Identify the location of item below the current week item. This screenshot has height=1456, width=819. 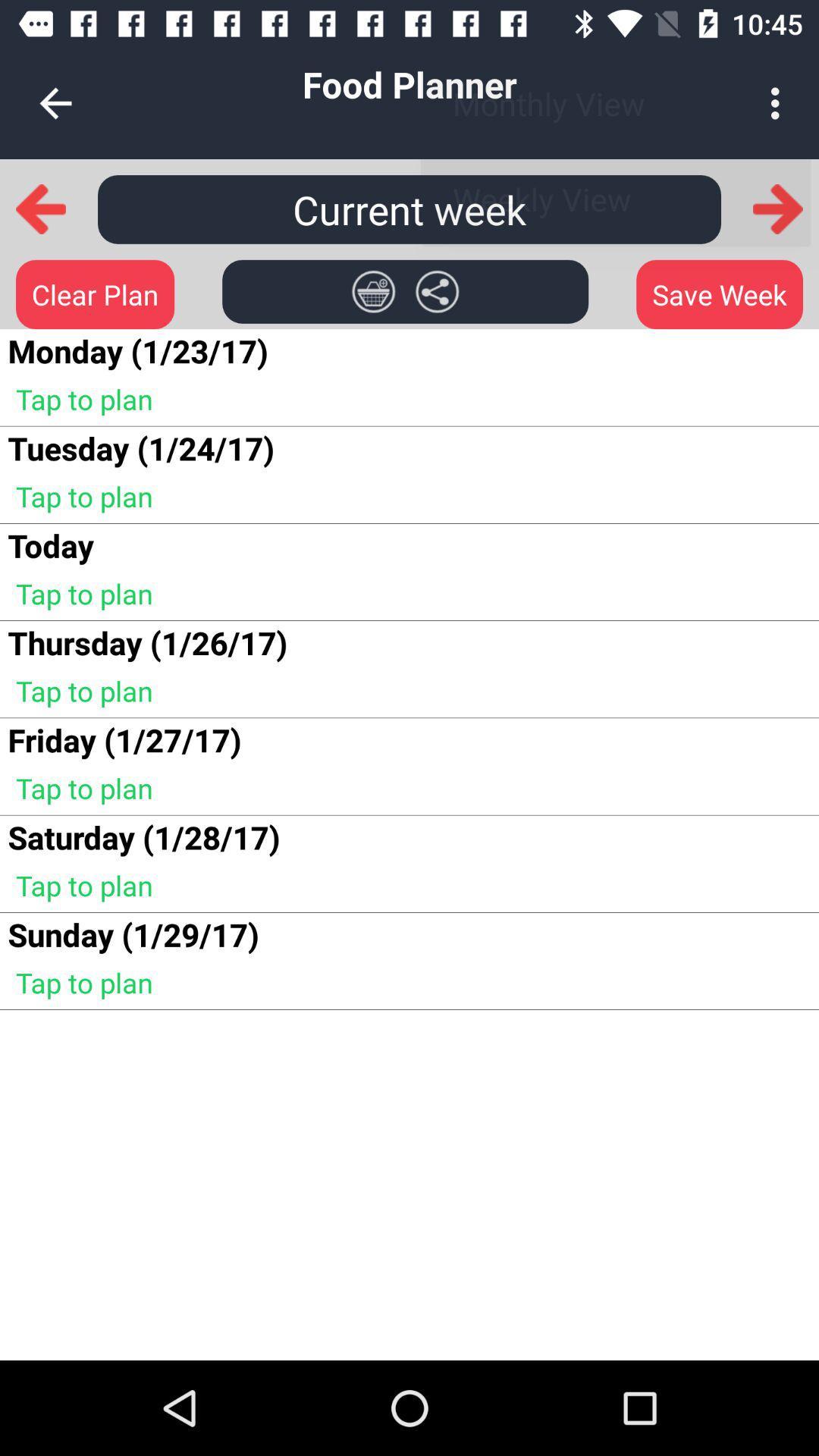
(437, 291).